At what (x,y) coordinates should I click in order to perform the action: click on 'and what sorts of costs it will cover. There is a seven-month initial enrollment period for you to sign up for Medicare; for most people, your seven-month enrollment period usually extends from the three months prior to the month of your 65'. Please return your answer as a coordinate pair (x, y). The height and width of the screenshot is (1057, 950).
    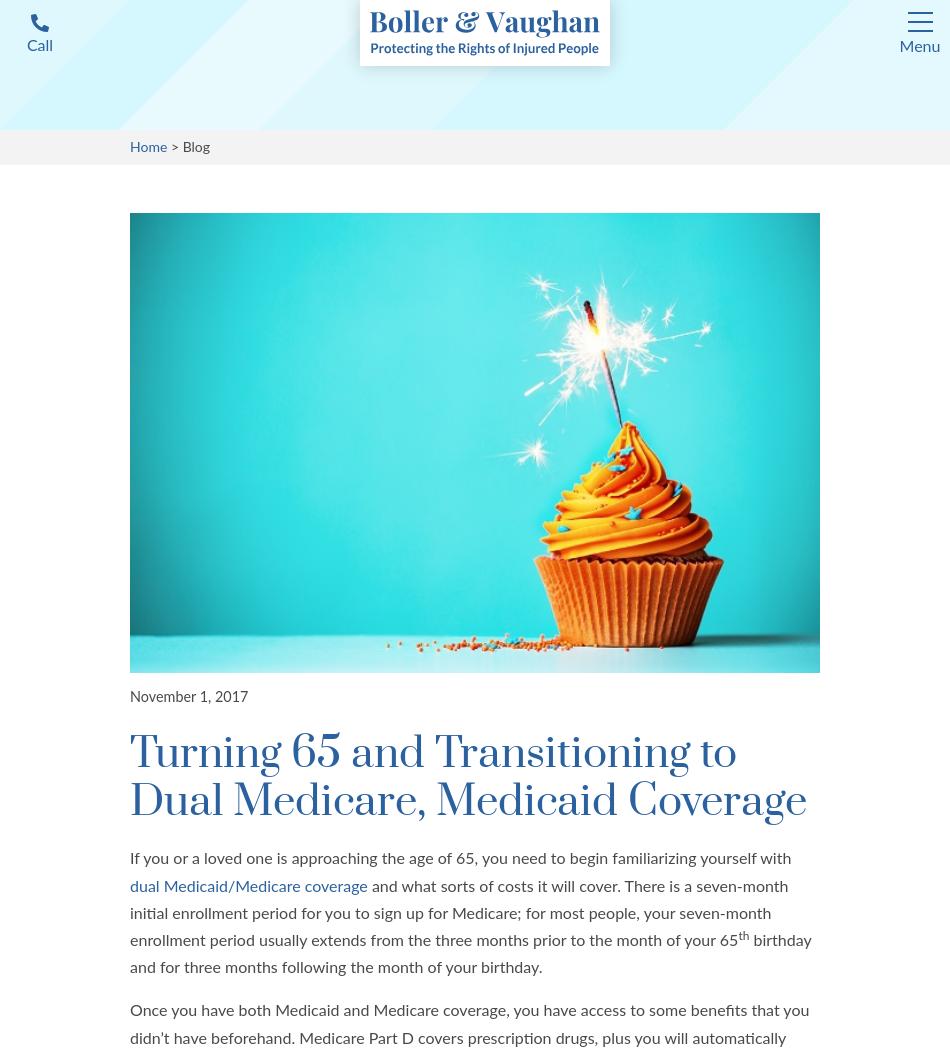
    Looking at the image, I should click on (458, 913).